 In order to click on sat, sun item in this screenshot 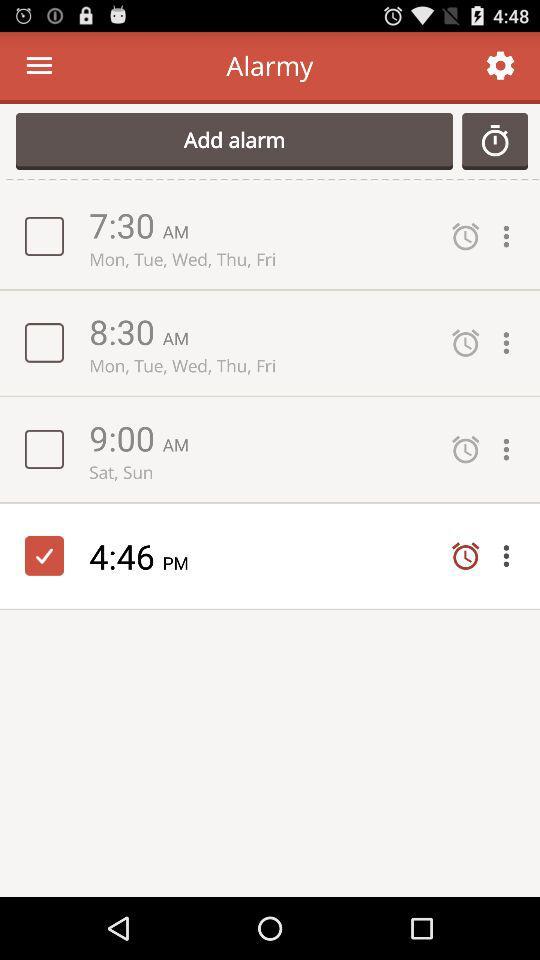, I will do `click(260, 472)`.